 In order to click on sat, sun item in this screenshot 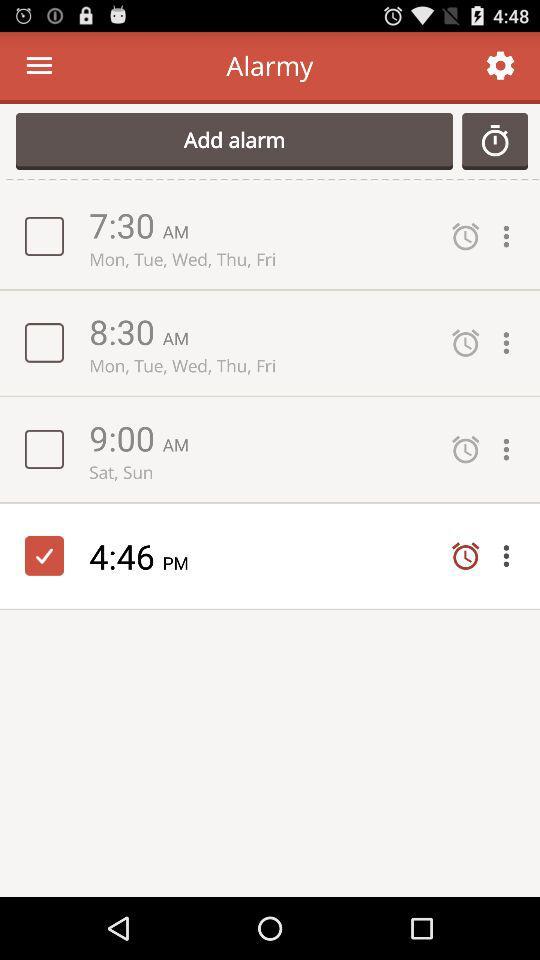, I will do `click(260, 472)`.